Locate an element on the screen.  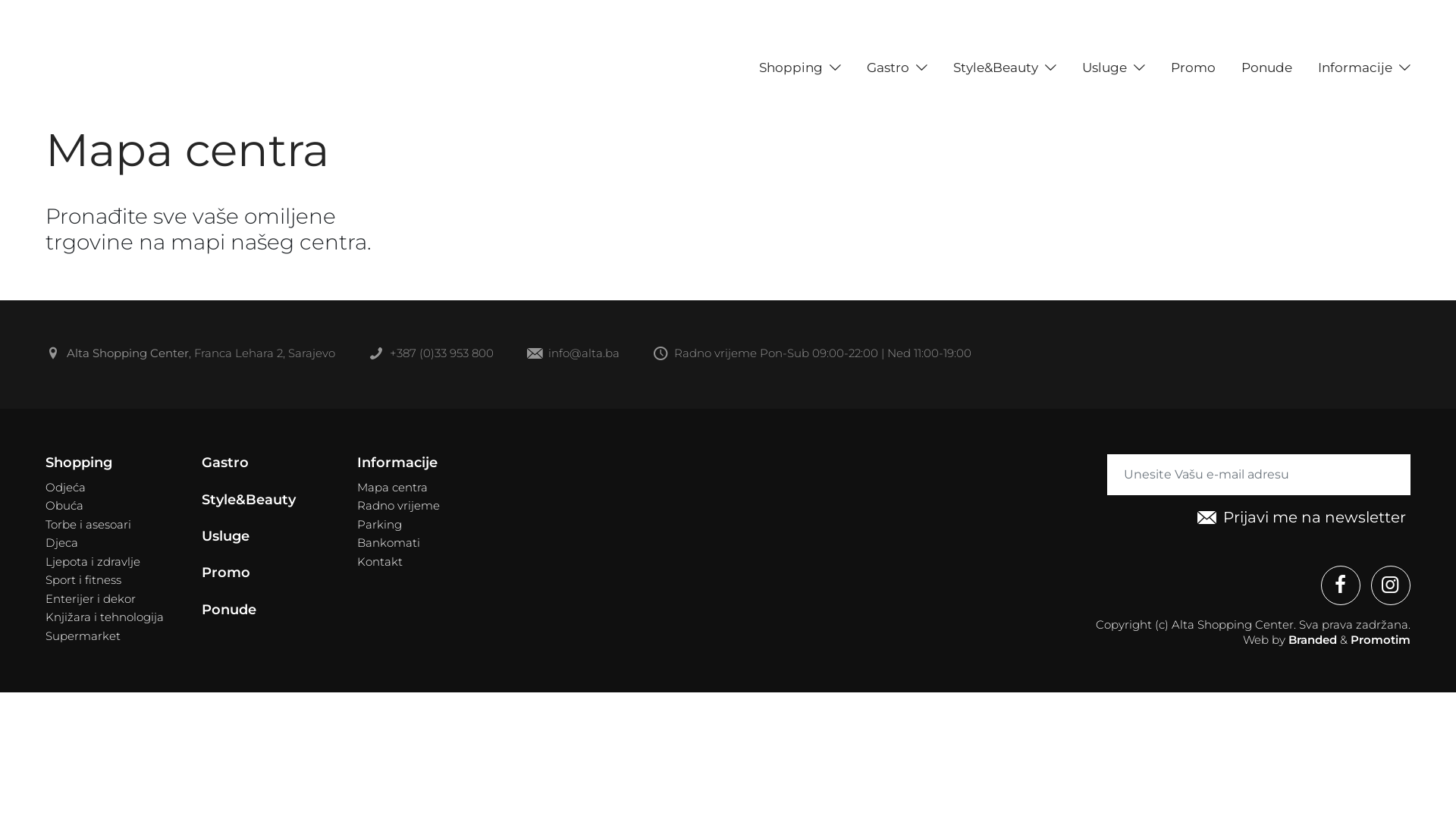
'Prijavi me na newsletter' is located at coordinates (1301, 517).